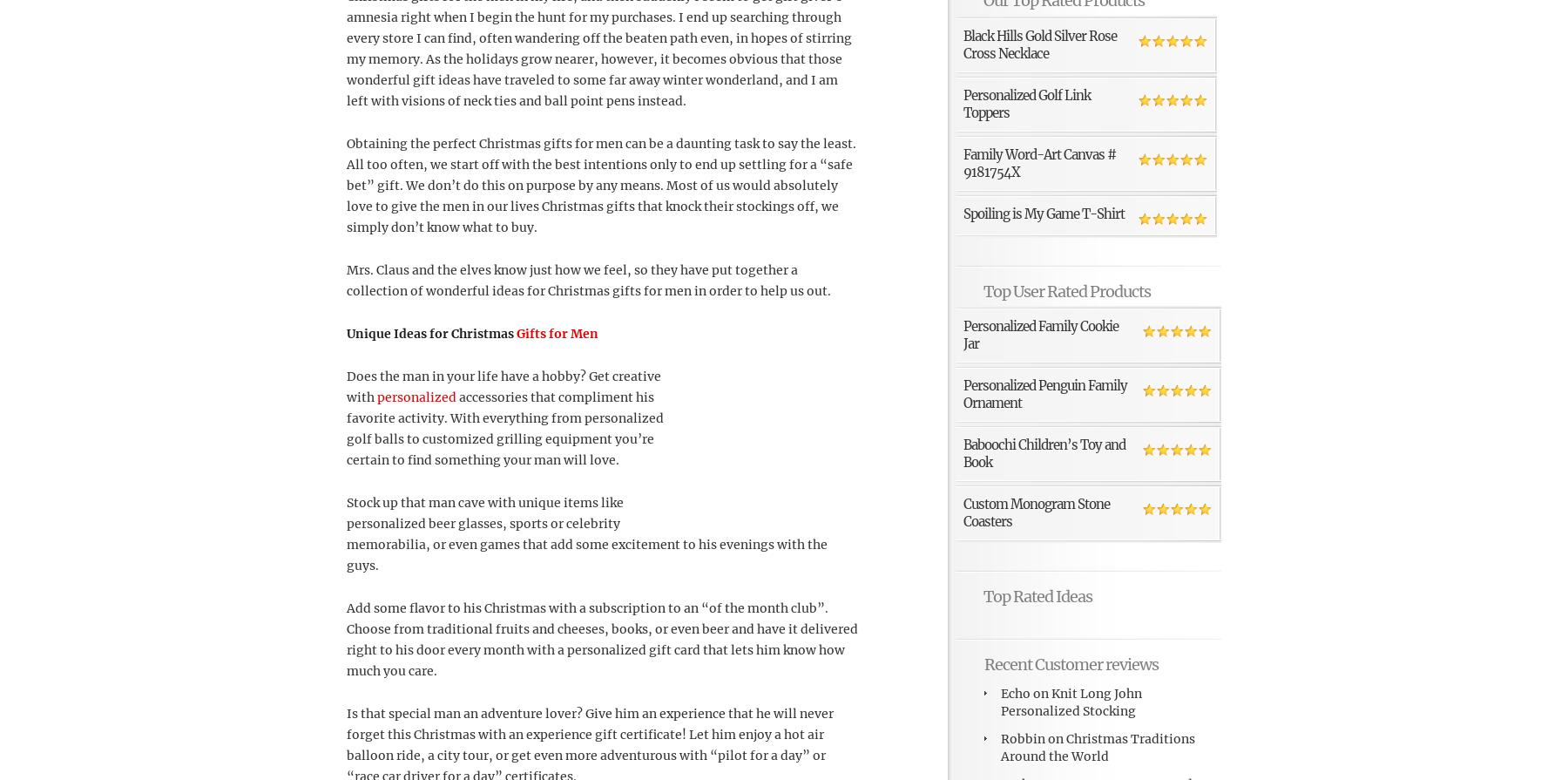 The height and width of the screenshot is (780, 1568). What do you see at coordinates (1044, 392) in the screenshot?
I see `'Personalized Penguin Family Ornament'` at bounding box center [1044, 392].